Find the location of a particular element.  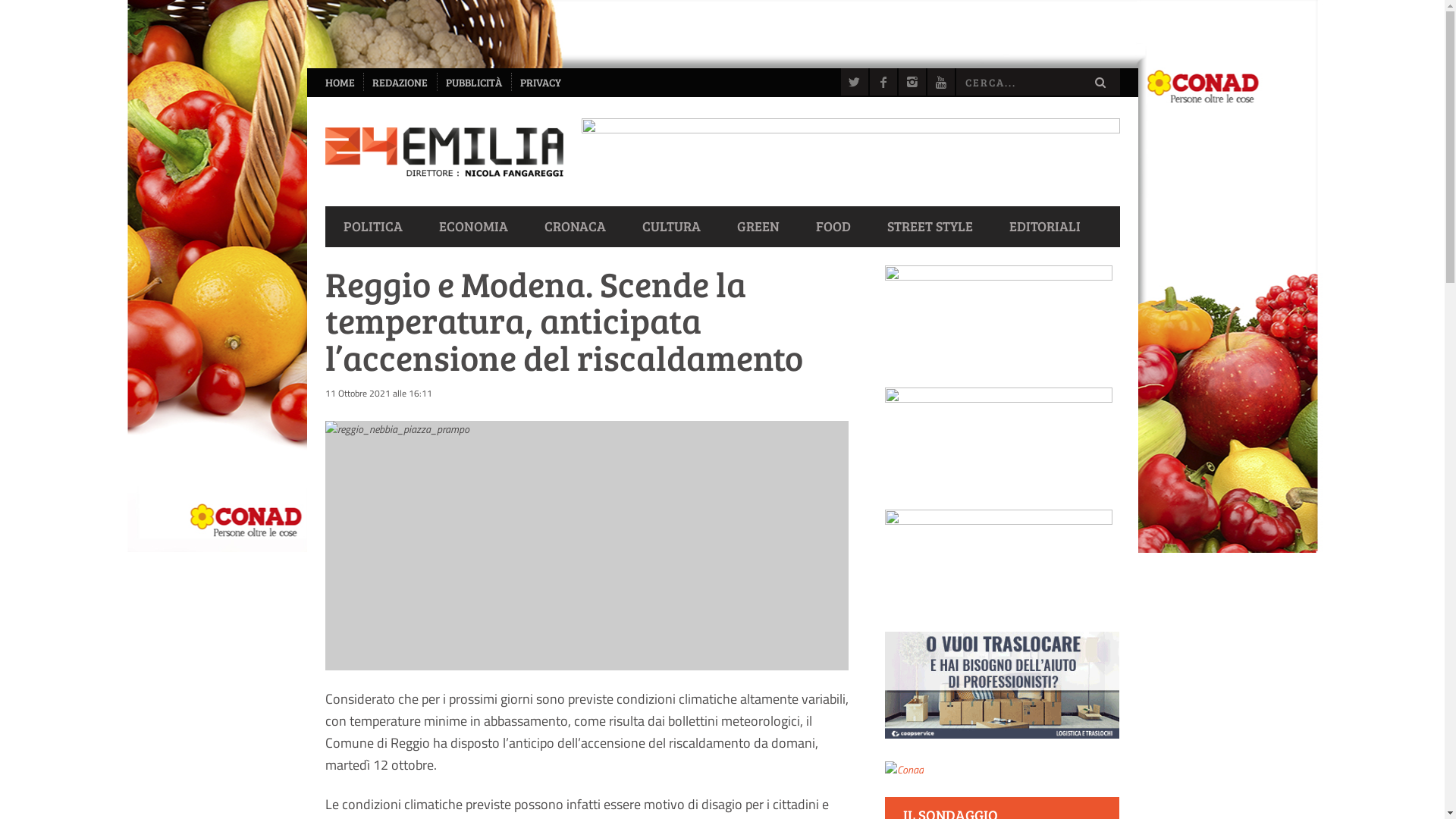

'PRIVACY' is located at coordinates (510, 82).